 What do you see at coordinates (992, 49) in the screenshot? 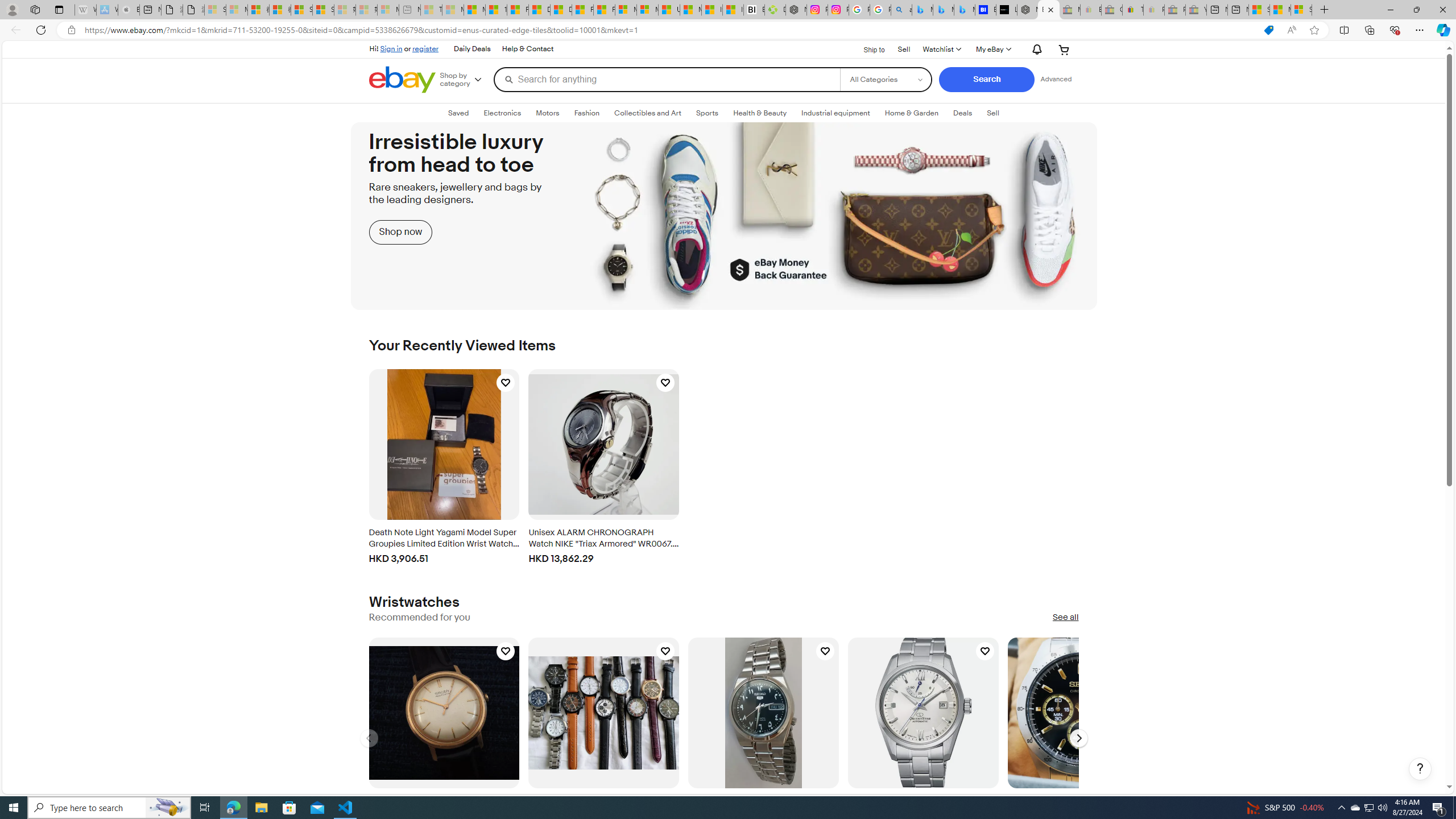
I see `'My eBayExpand My eBay'` at bounding box center [992, 49].